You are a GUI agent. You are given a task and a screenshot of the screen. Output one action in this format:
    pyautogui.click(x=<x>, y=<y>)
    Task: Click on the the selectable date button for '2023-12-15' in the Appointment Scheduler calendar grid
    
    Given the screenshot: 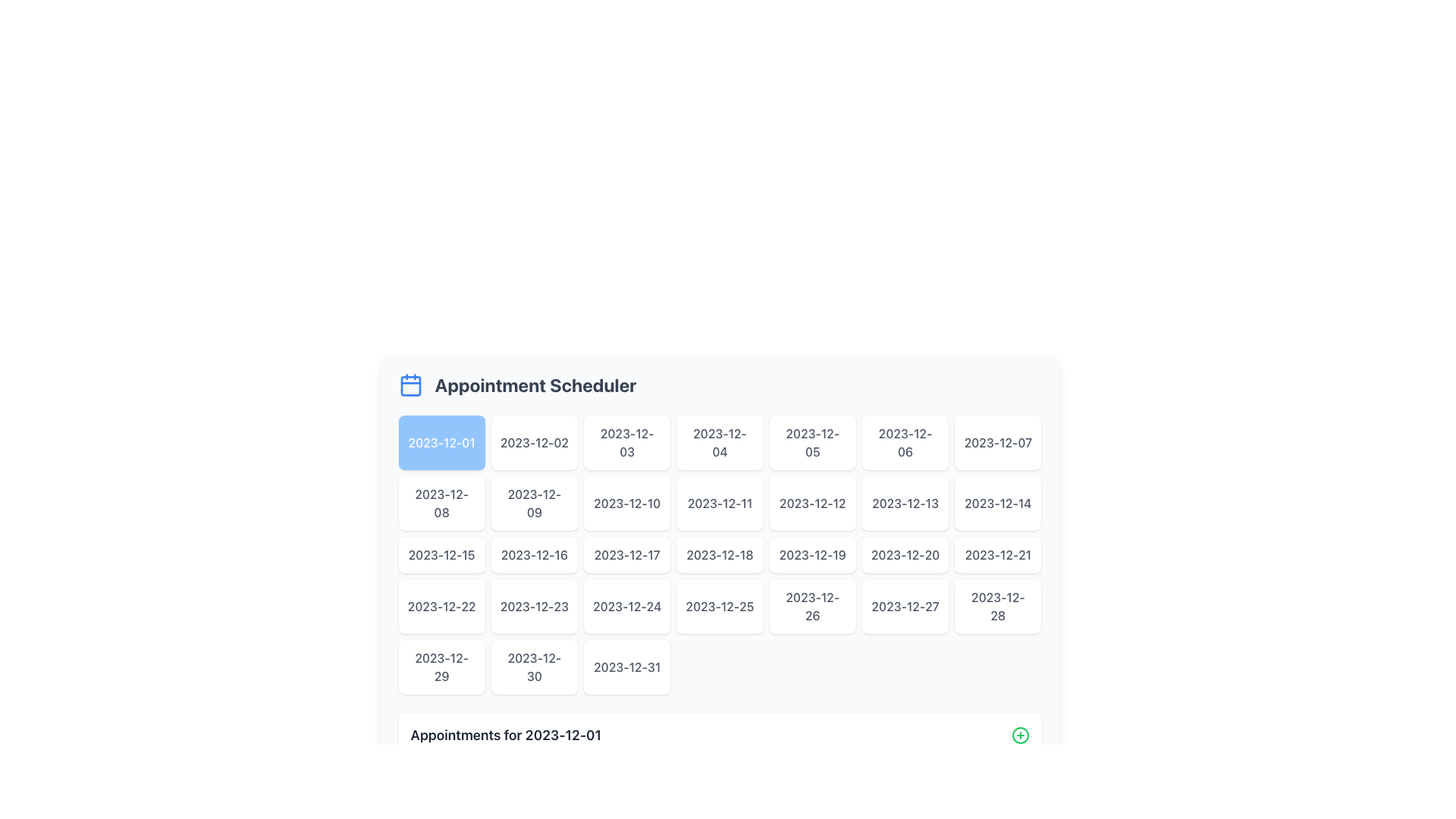 What is the action you would take?
    pyautogui.click(x=441, y=555)
    